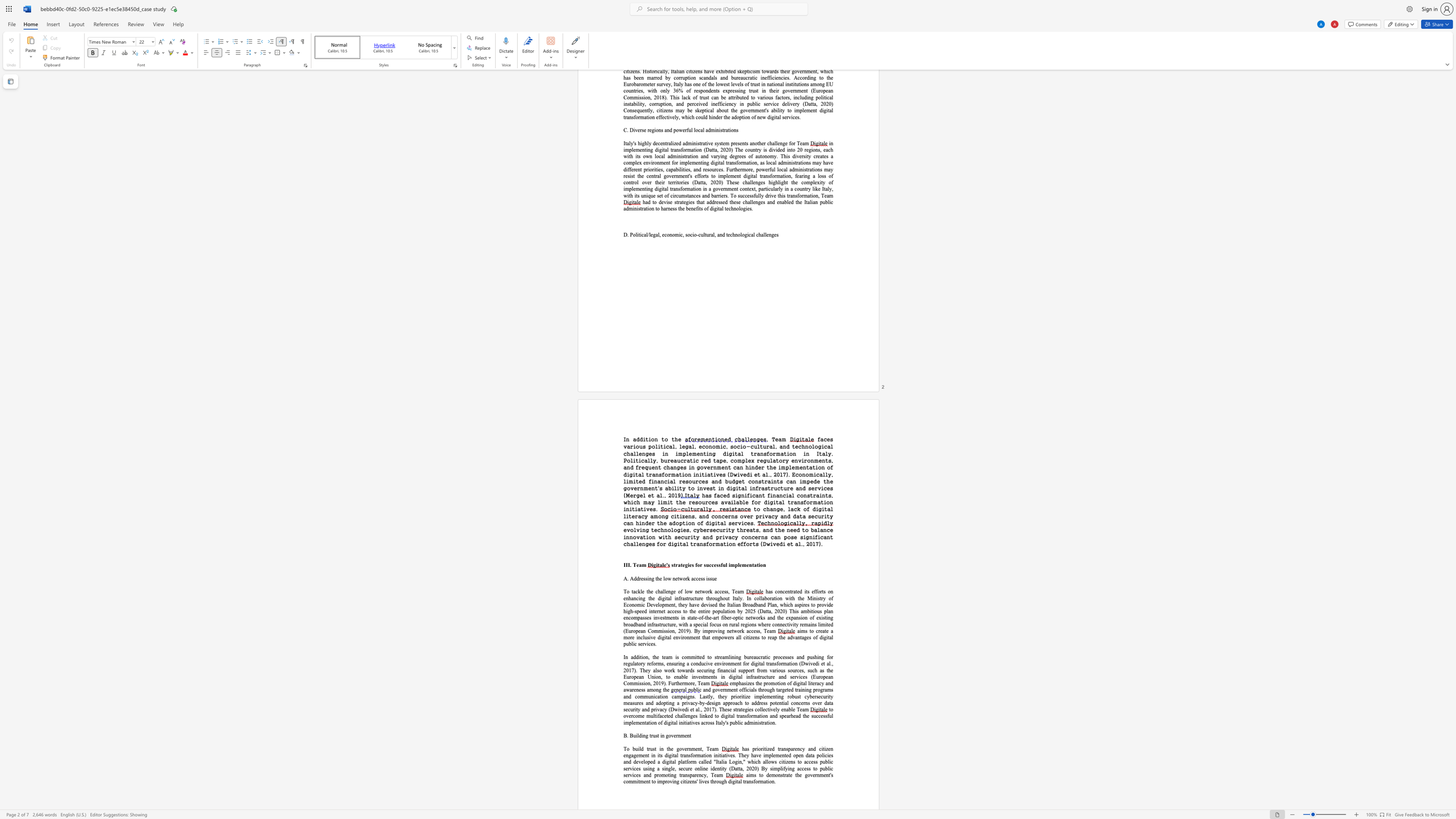  What do you see at coordinates (830, 460) in the screenshot?
I see `the subset text ", and frequent changes in government can hinder the implementation of digital transformation initiatives (Dwivedi et al., 2017). Economically, limited financial resources and b" within the text "faces various political, legal, economic, socio-cultural, and technological challenges in implementing digital transformation in Italy. Politically, bureaucratic red tape, complex regulatory environments, and frequent changes in government can hinder the implementation of digital transformation initiatives (Dwivedi et al., 2017). Economically, limited financial resources and budget constraints can impede the government"` at bounding box center [830, 460].